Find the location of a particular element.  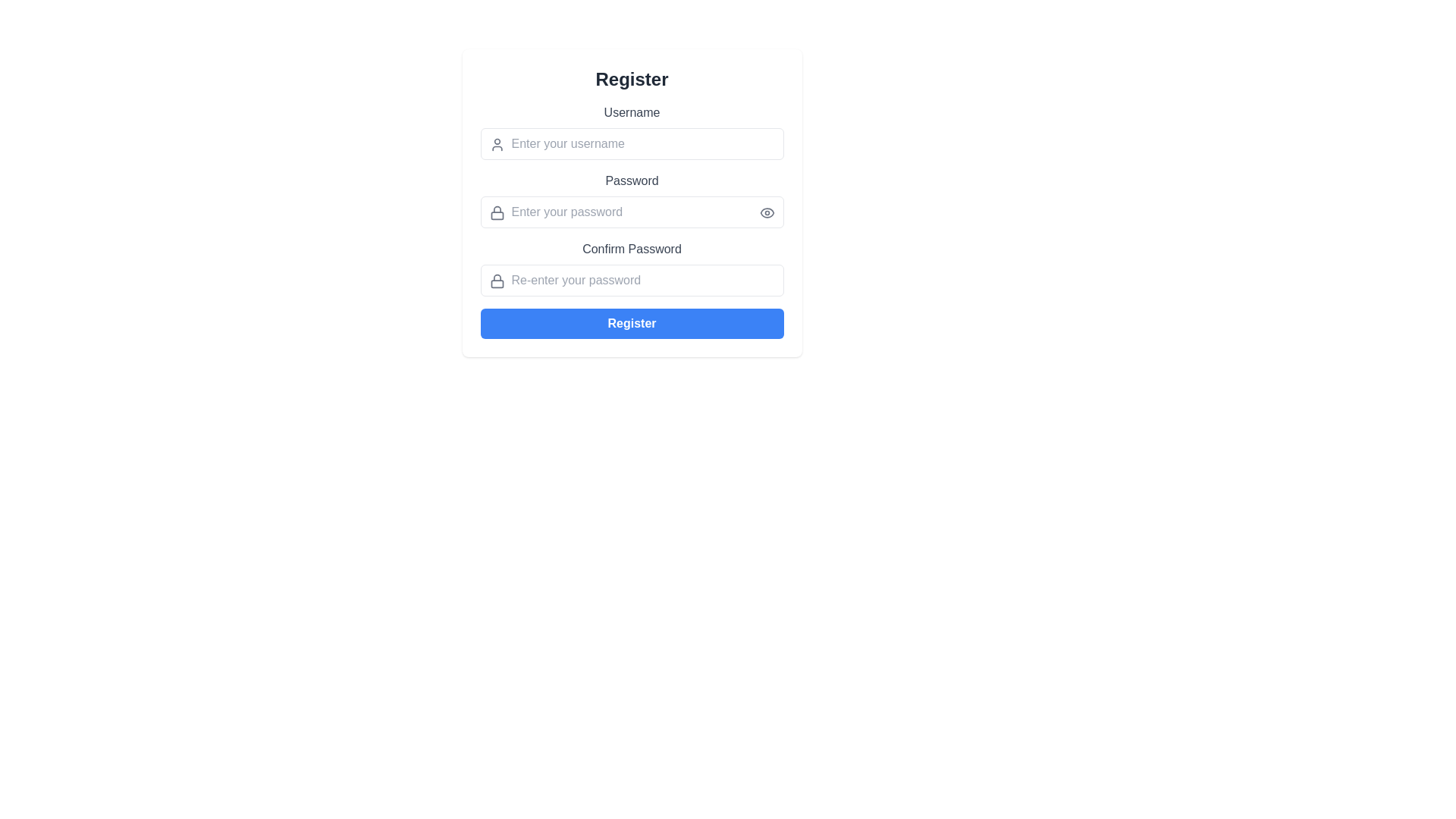

the user silhouette icon located inside the username input field, aligned to the left side of the rectangular input box is located at coordinates (497, 145).